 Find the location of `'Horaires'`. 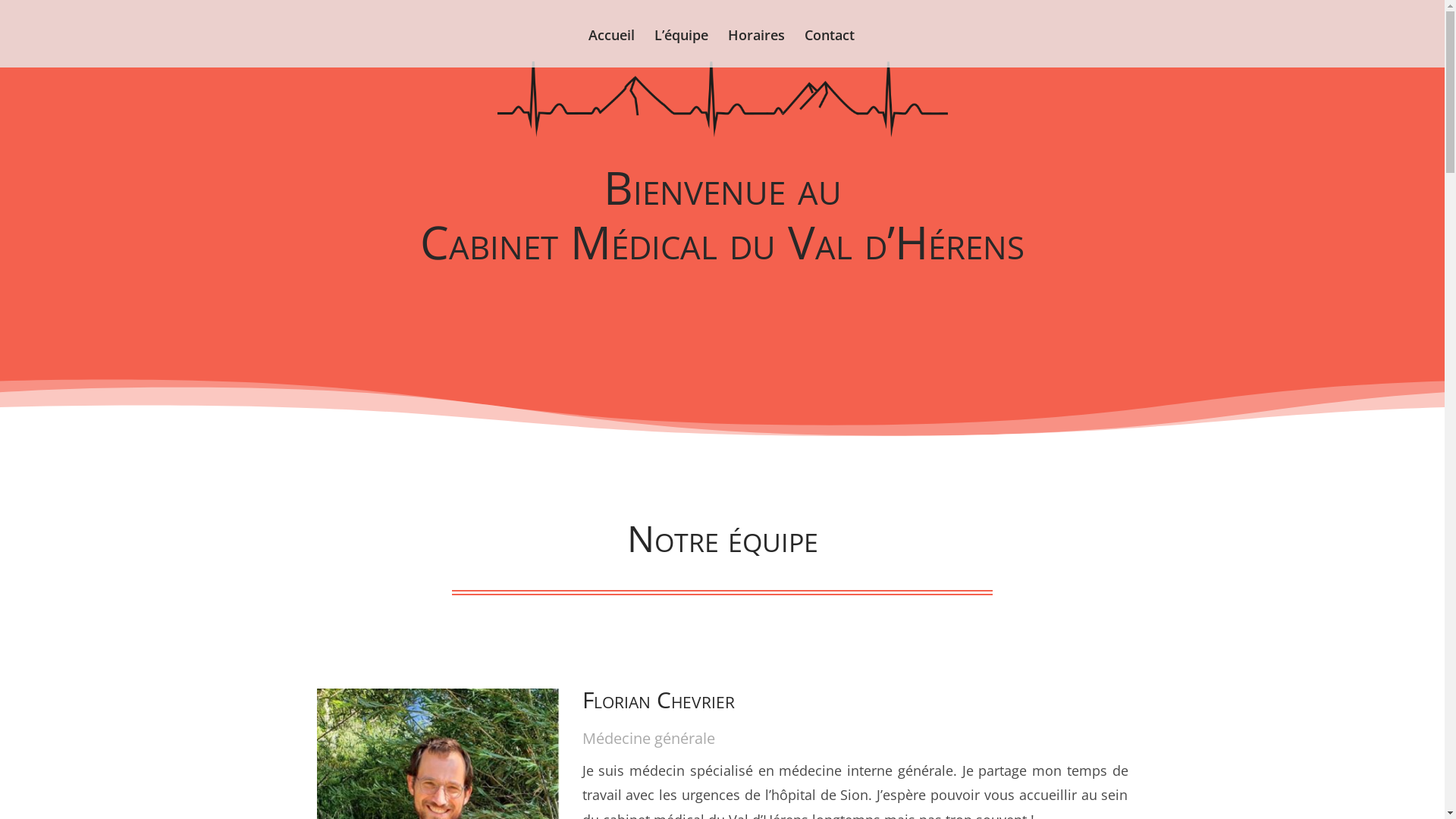

'Horaires' is located at coordinates (756, 48).